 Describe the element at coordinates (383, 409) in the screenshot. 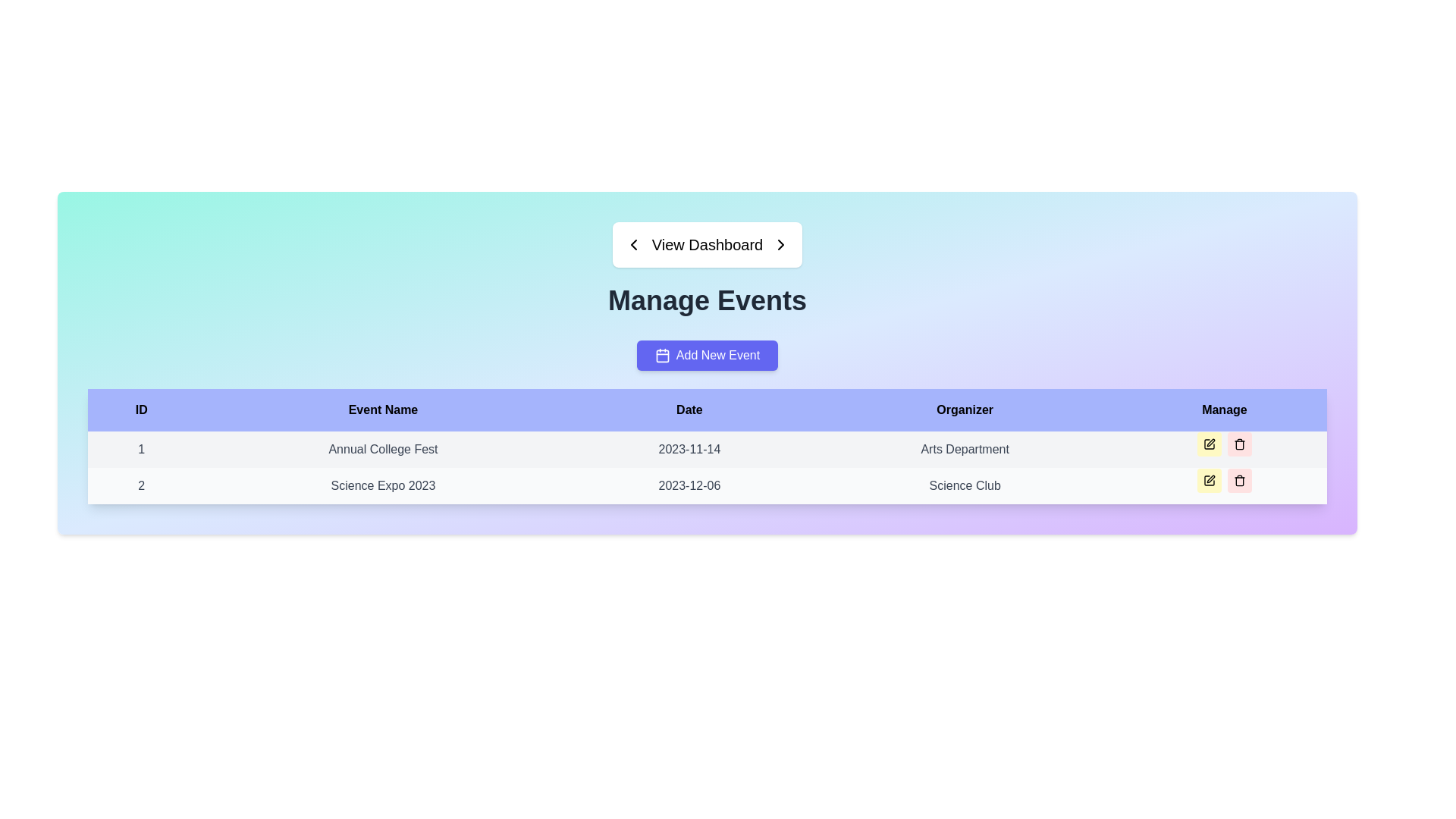

I see `the 'Event Name' text label in the table header` at that location.